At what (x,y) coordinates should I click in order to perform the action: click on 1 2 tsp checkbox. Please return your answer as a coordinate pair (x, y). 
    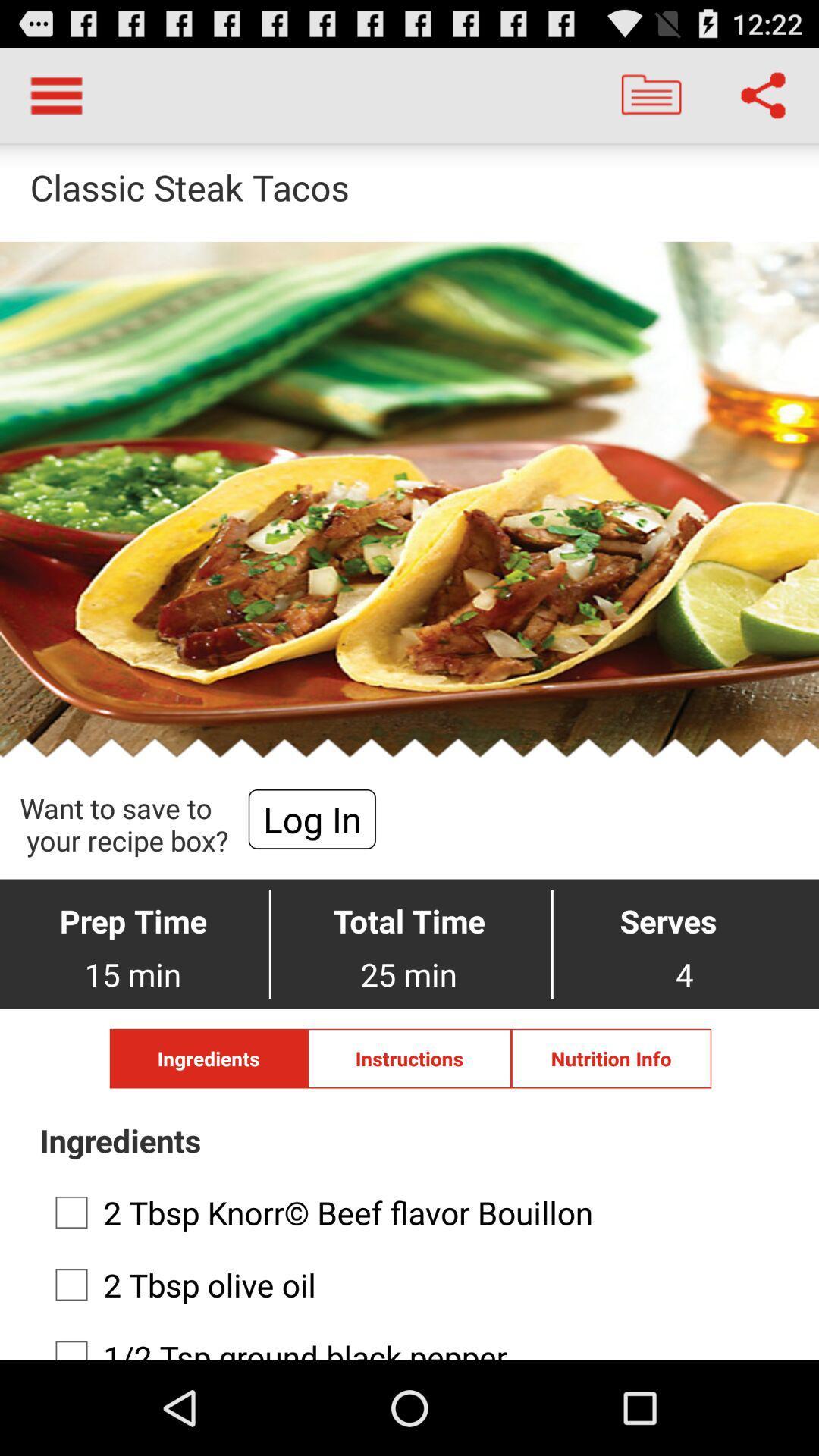
    Looking at the image, I should click on (404, 1342).